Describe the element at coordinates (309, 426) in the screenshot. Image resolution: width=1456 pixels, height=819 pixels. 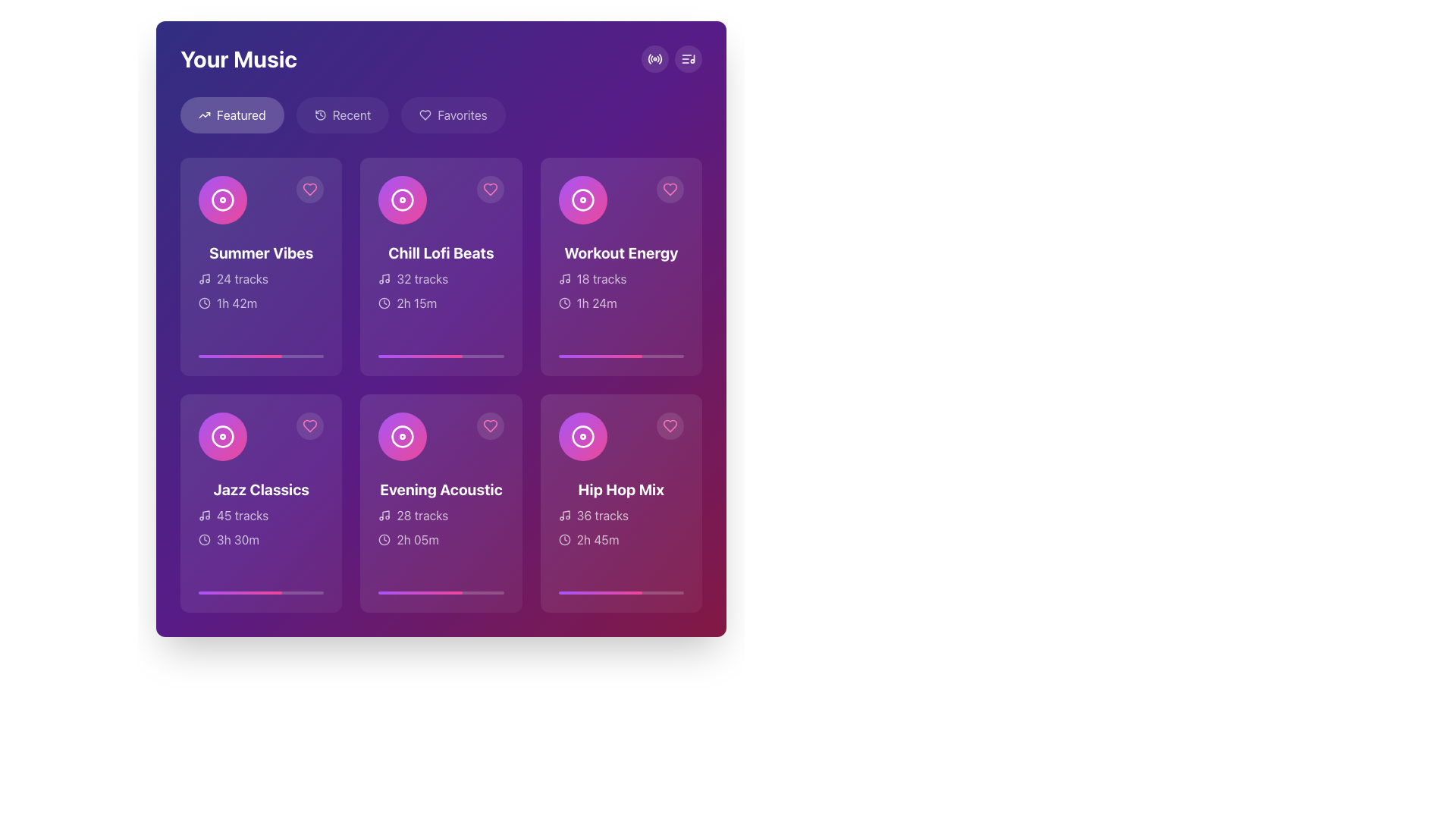
I see `the circular heart icon button located in the top-right corner of the 'Jazz Classics' card` at that location.